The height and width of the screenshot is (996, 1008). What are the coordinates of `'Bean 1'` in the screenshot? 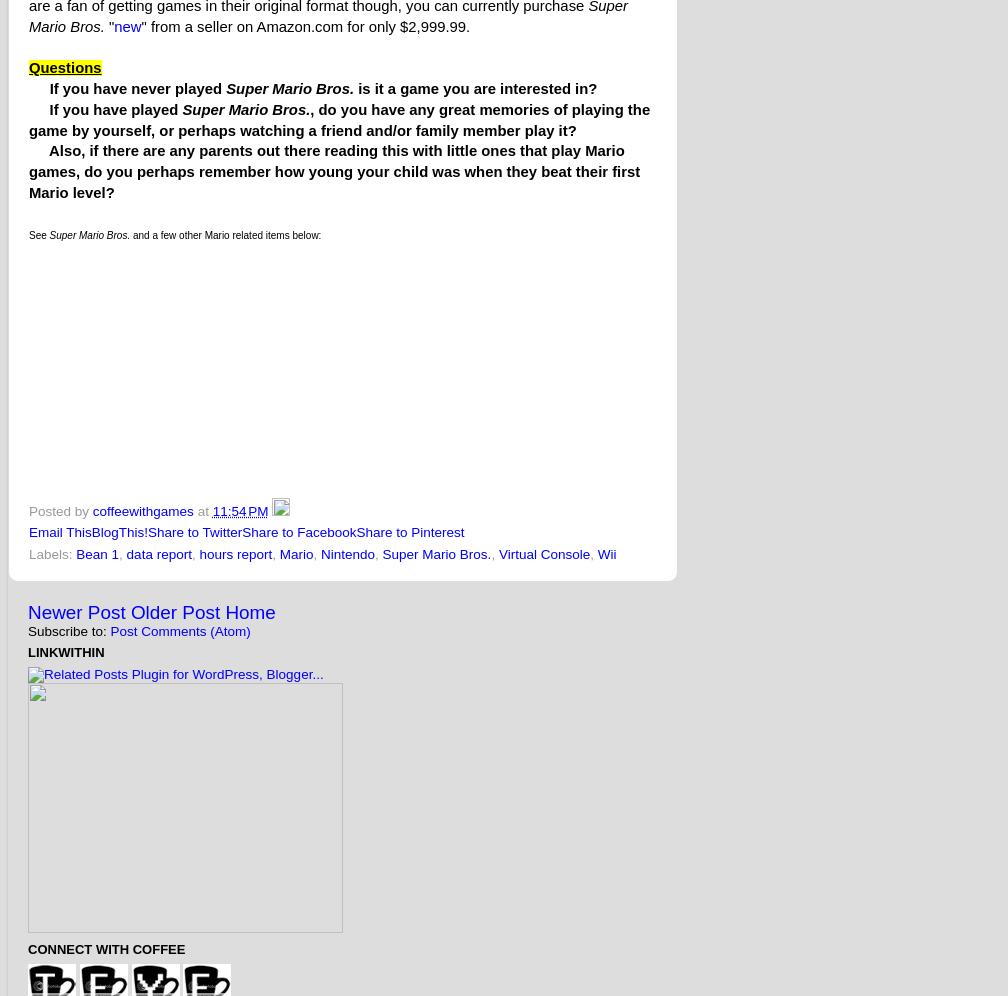 It's located at (97, 552).